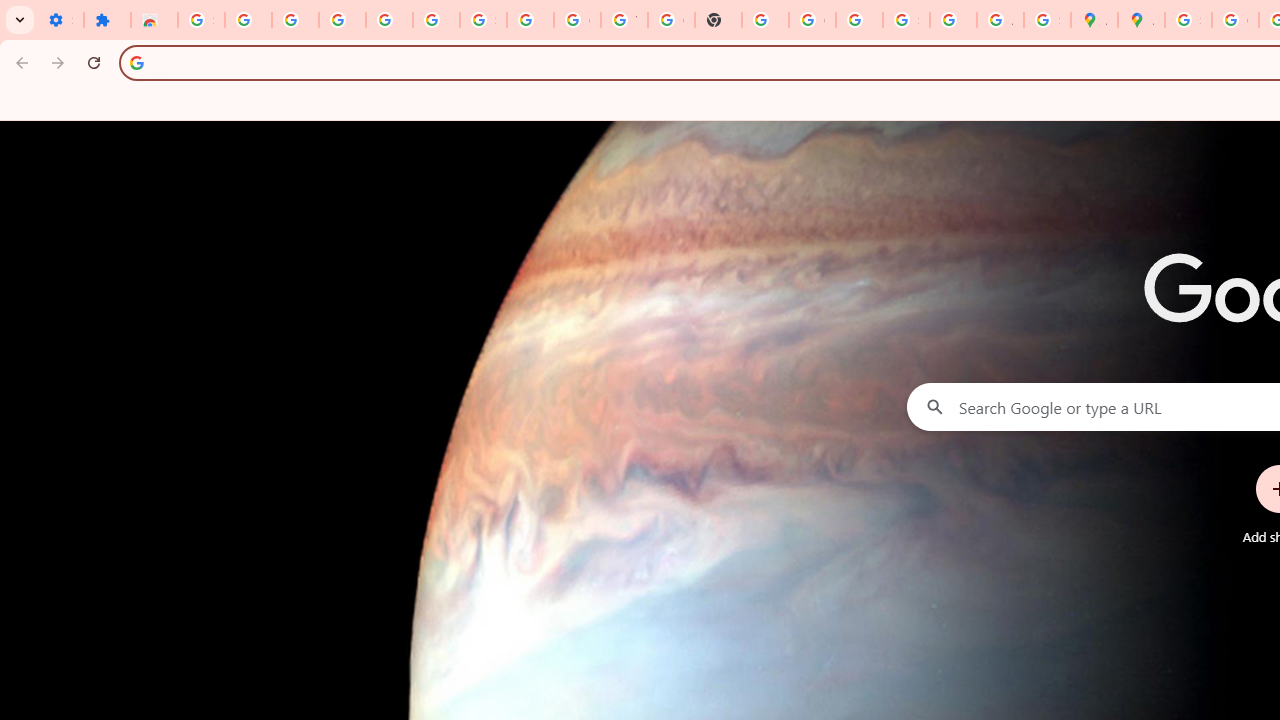  Describe the element at coordinates (106, 20) in the screenshot. I see `'Extensions'` at that location.